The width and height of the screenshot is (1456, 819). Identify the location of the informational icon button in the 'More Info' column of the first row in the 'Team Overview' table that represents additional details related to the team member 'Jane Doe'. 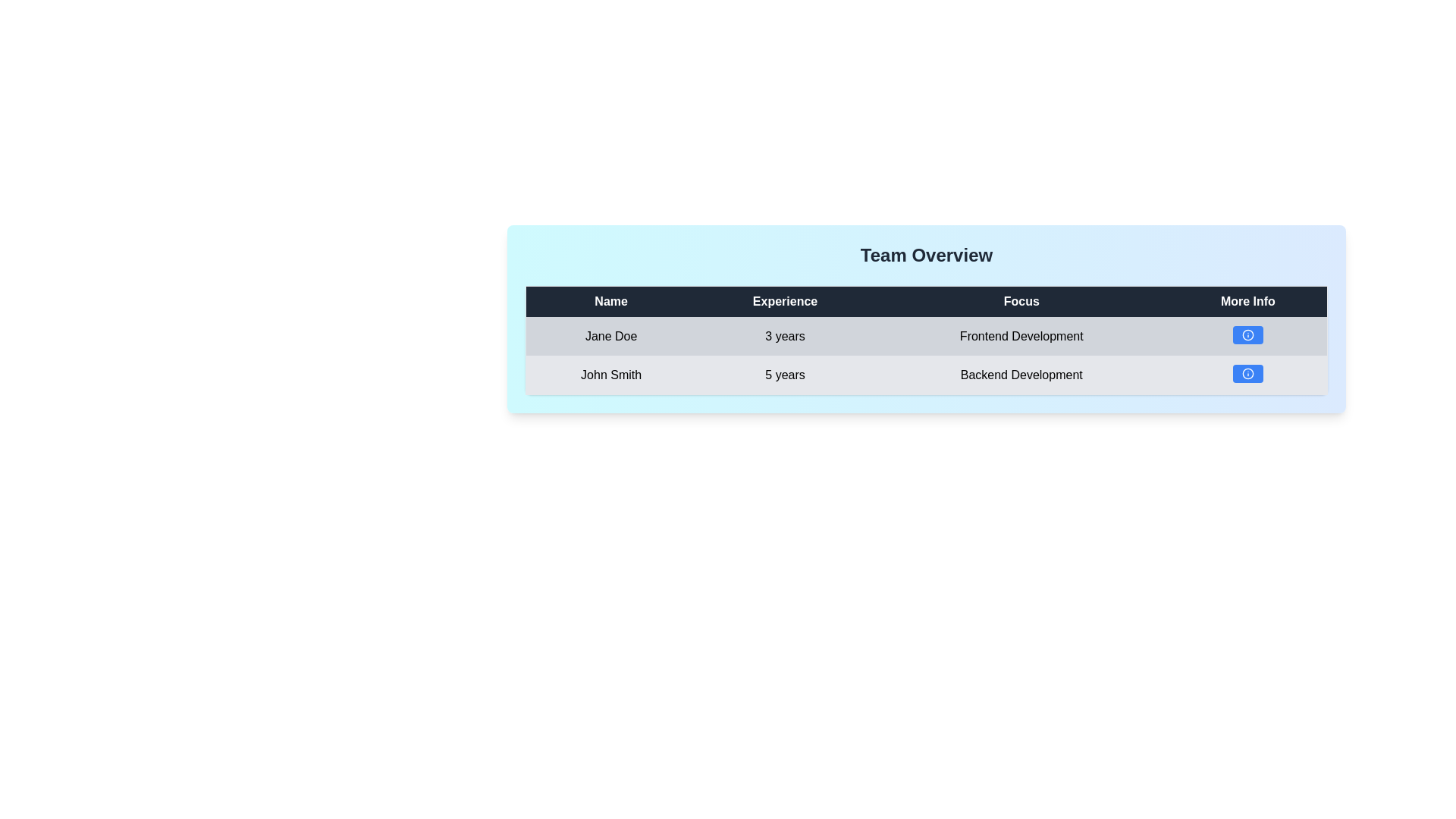
(1247, 334).